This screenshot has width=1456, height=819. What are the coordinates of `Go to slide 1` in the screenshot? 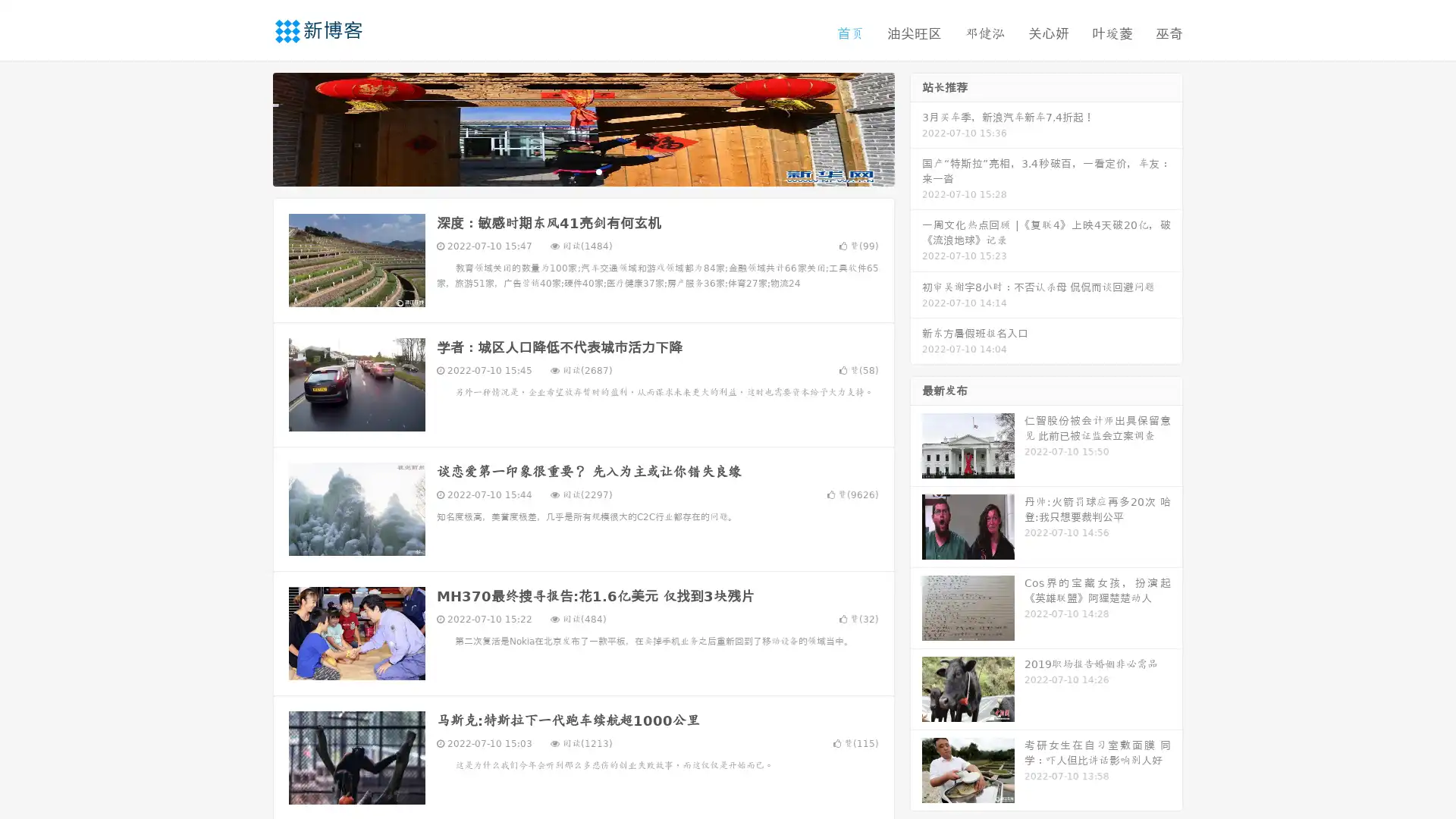 It's located at (567, 171).